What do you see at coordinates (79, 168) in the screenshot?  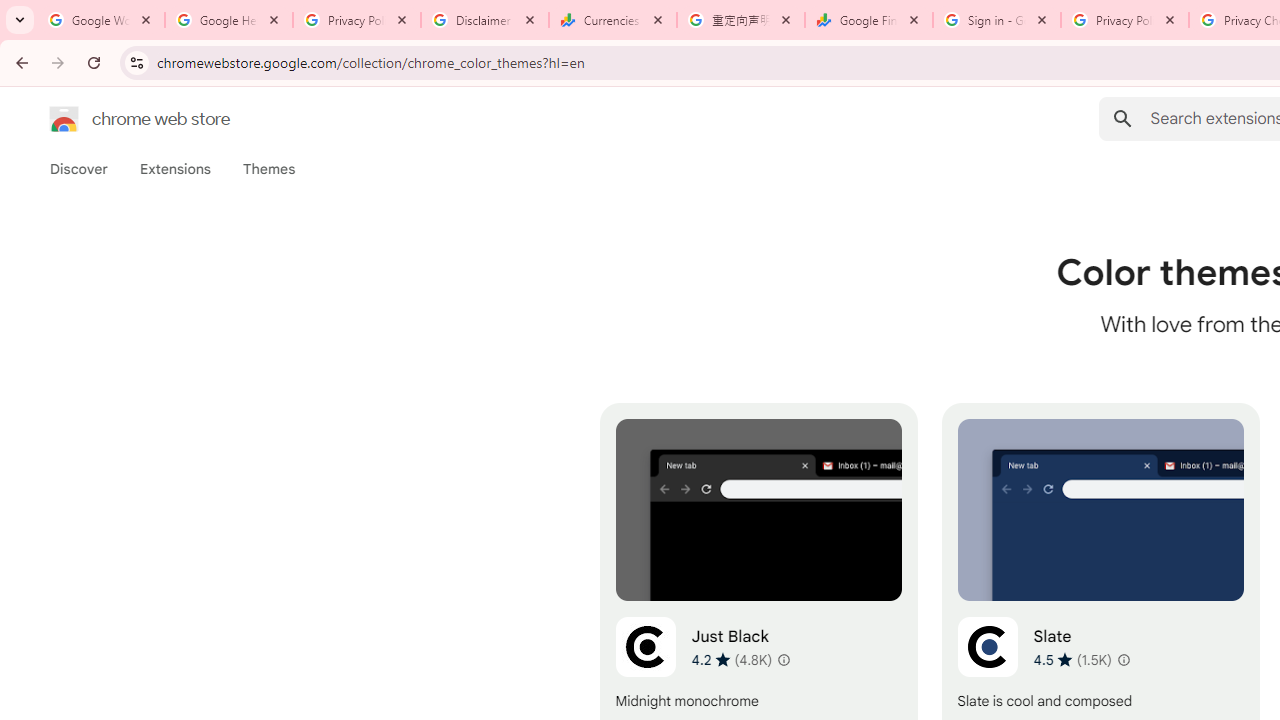 I see `'Discover'` at bounding box center [79, 168].